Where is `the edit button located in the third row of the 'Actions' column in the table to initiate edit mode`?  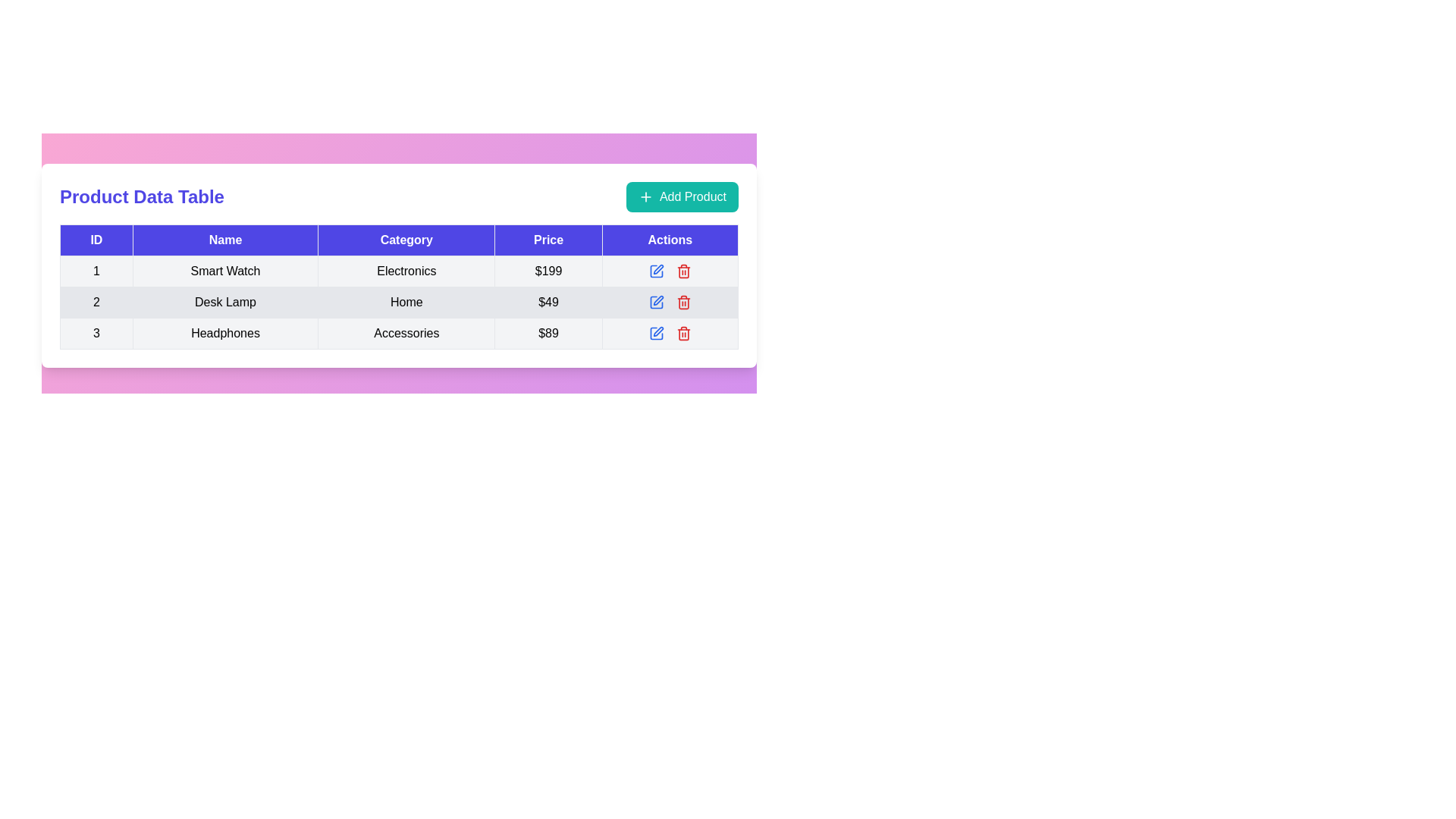
the edit button located in the third row of the 'Actions' column in the table to initiate edit mode is located at coordinates (658, 268).